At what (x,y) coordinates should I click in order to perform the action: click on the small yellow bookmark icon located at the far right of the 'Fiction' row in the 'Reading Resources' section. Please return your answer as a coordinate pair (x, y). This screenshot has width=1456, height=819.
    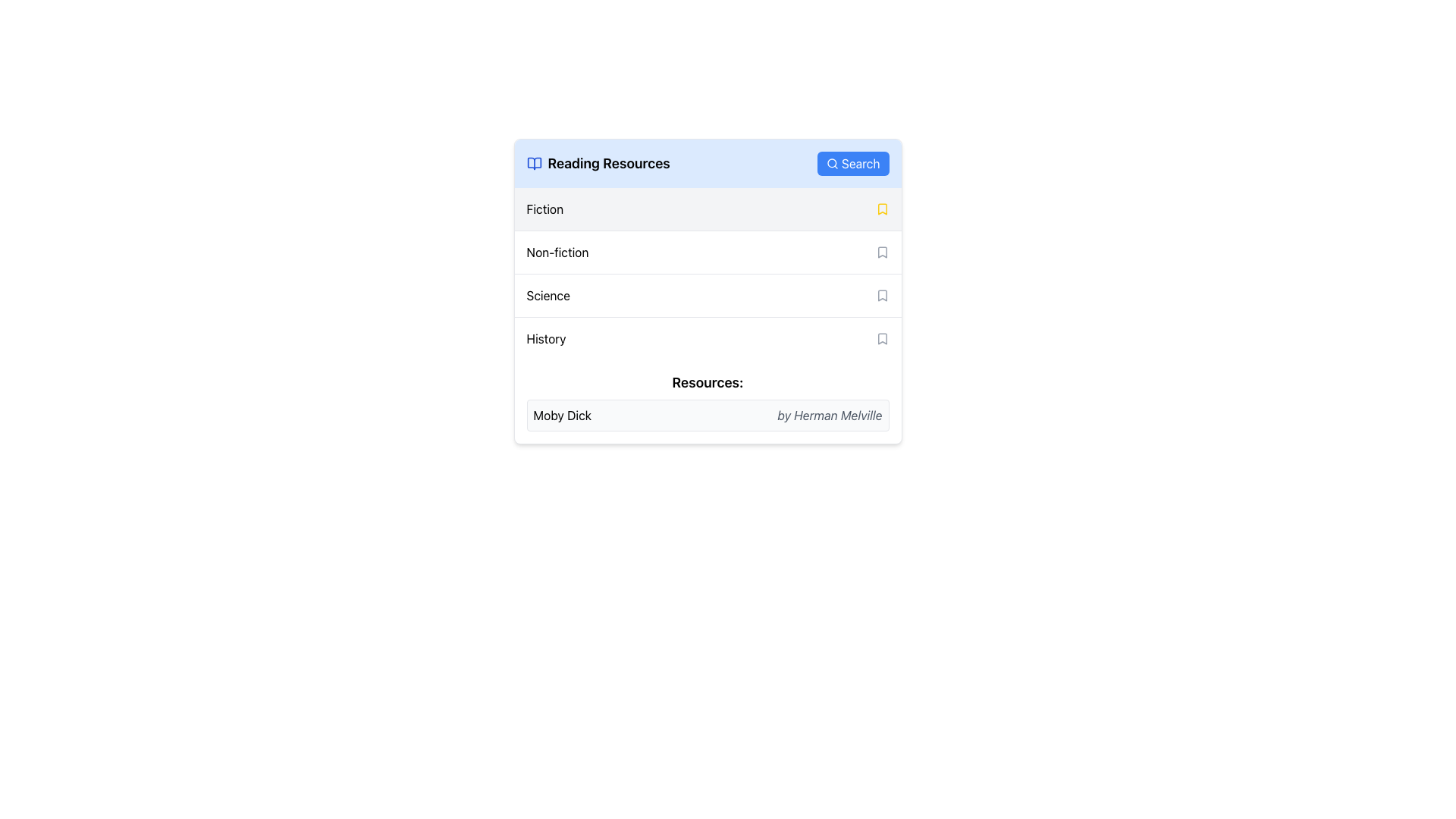
    Looking at the image, I should click on (882, 209).